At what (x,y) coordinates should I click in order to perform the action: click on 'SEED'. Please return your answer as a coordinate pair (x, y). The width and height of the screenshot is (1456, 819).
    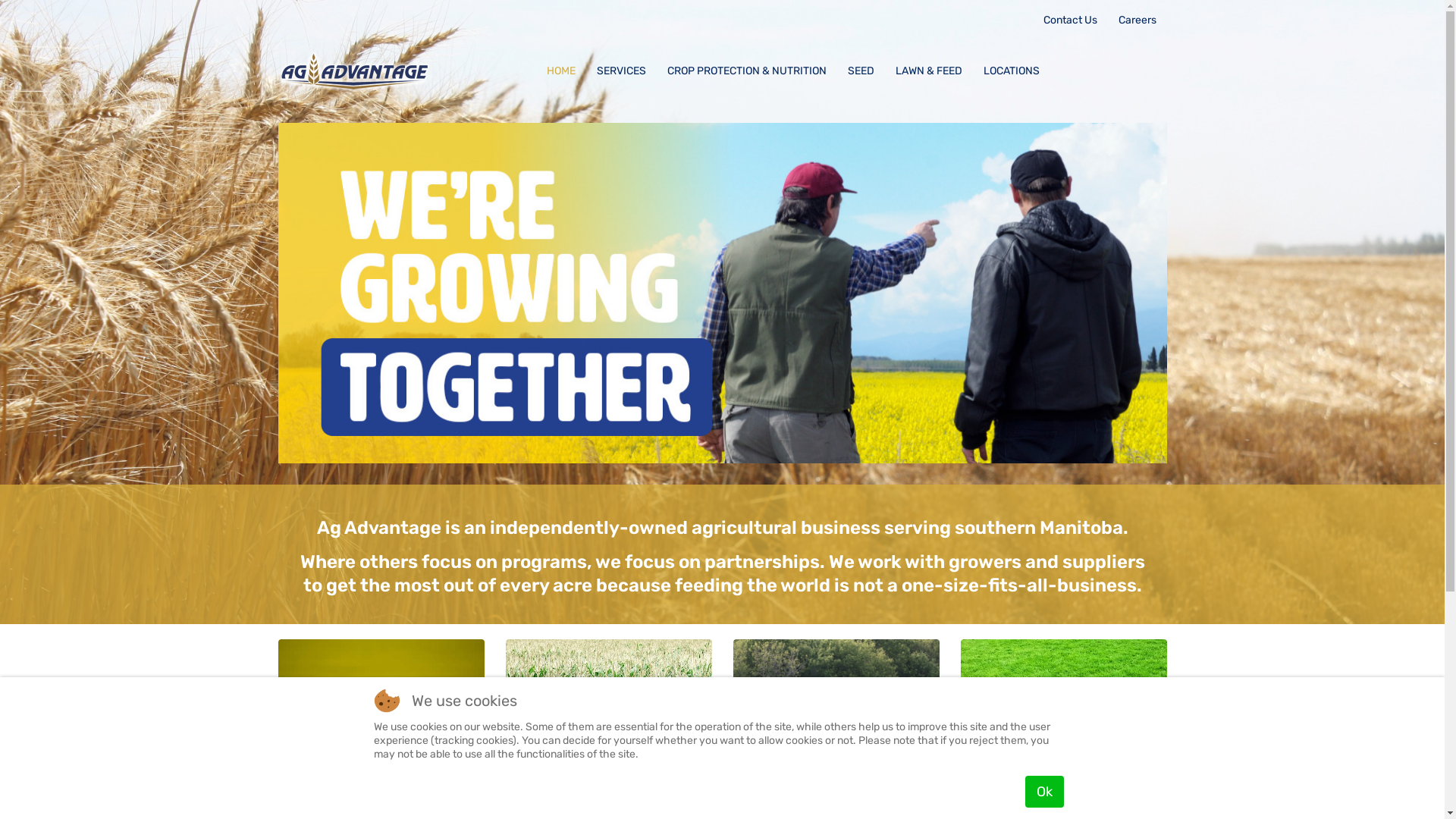
    Looking at the image, I should click on (861, 71).